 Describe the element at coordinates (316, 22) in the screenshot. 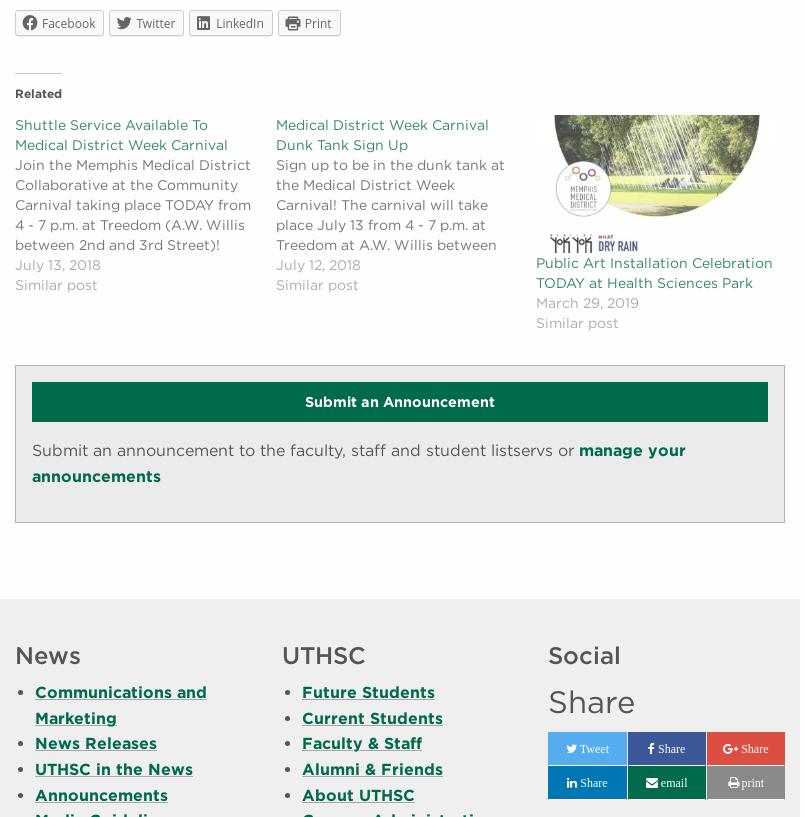

I see `'Print'` at that location.